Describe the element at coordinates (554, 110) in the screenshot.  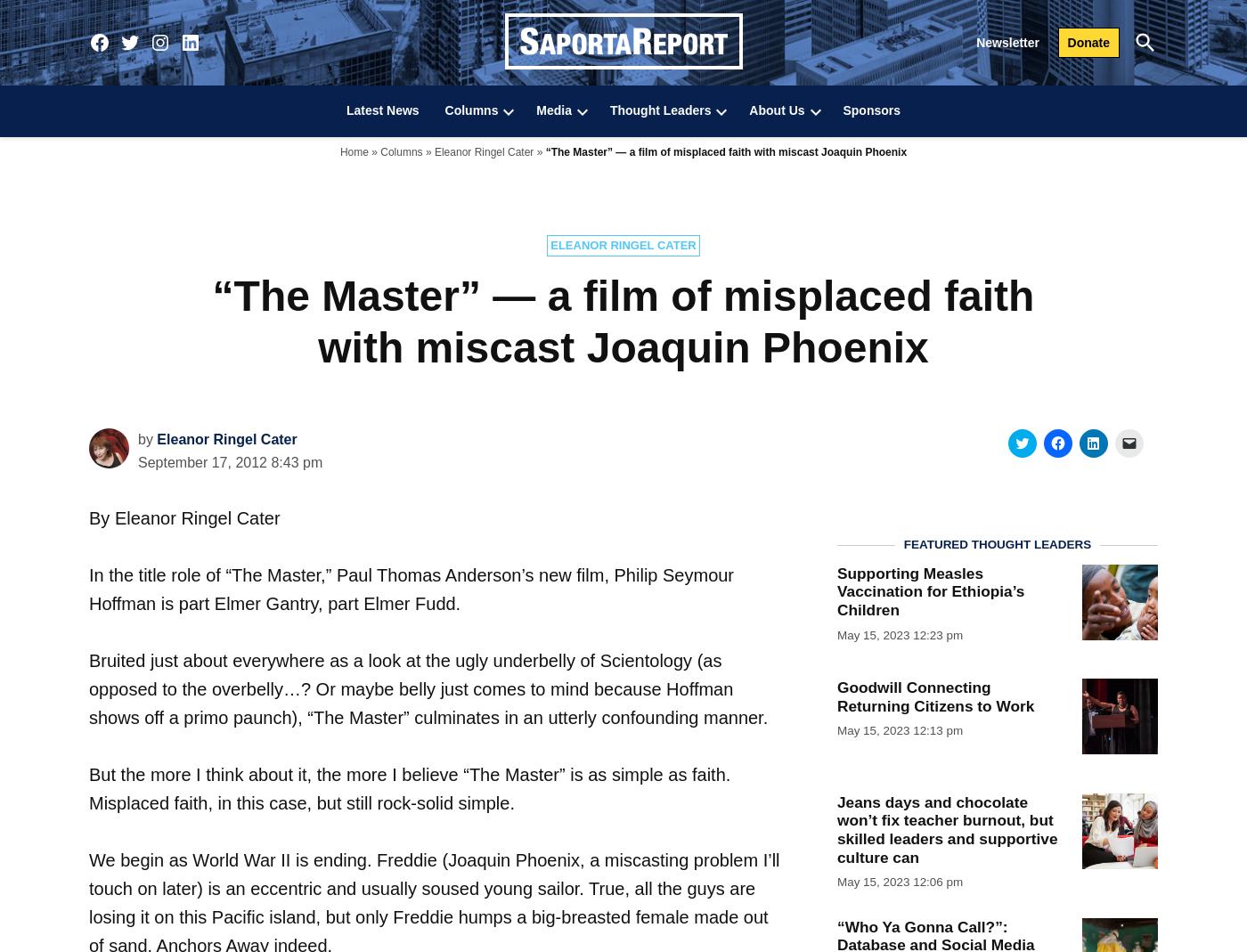
I see `'Media'` at that location.